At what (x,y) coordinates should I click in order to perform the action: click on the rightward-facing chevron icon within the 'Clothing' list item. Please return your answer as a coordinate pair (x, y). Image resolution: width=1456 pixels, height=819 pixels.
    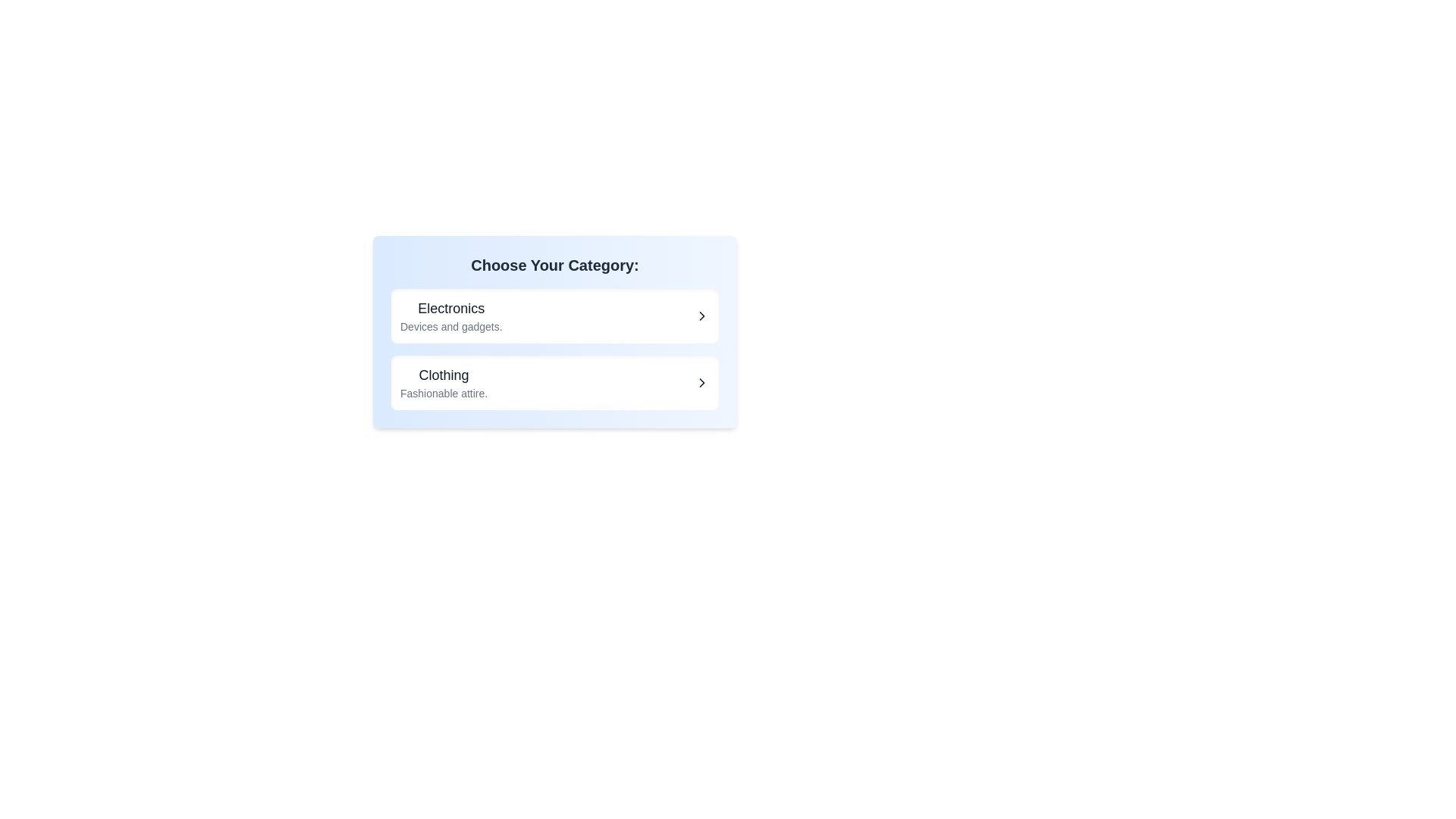
    Looking at the image, I should click on (701, 382).